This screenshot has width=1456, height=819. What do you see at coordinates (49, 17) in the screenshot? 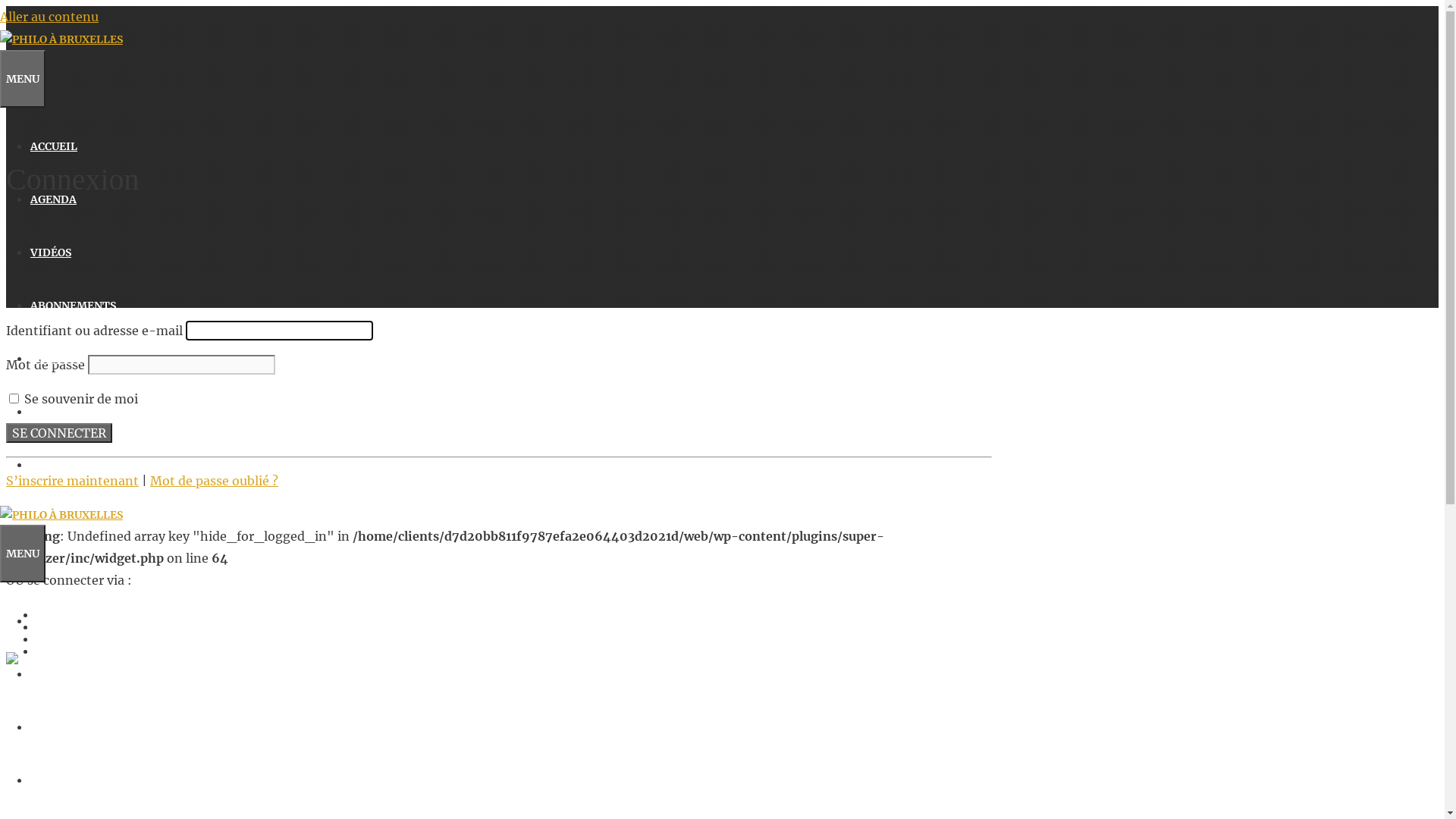
I see `'Aller au contenu'` at bounding box center [49, 17].